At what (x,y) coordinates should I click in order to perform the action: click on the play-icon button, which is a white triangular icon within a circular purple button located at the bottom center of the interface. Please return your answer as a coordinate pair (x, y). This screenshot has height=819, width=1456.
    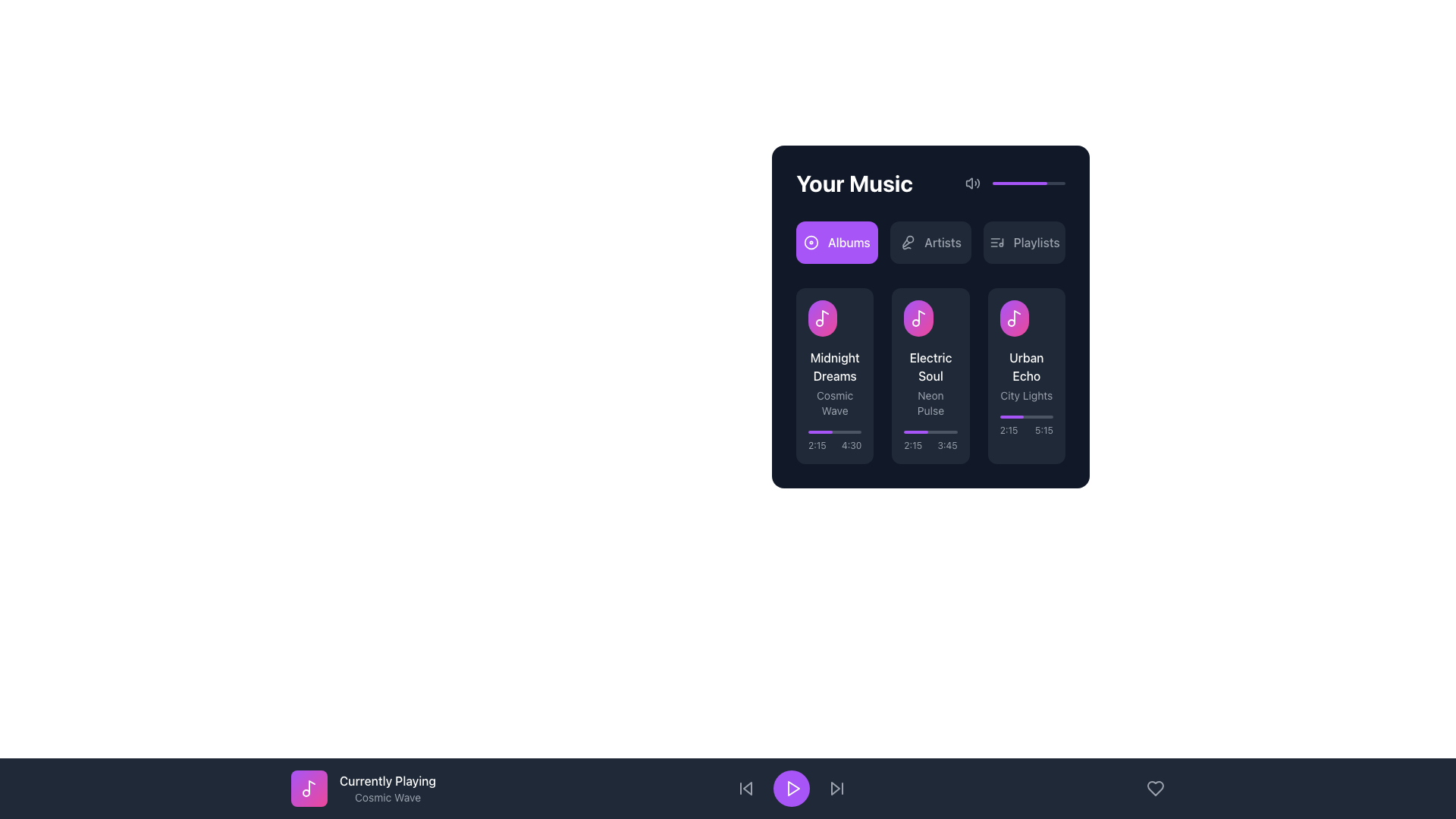
    Looking at the image, I should click on (792, 788).